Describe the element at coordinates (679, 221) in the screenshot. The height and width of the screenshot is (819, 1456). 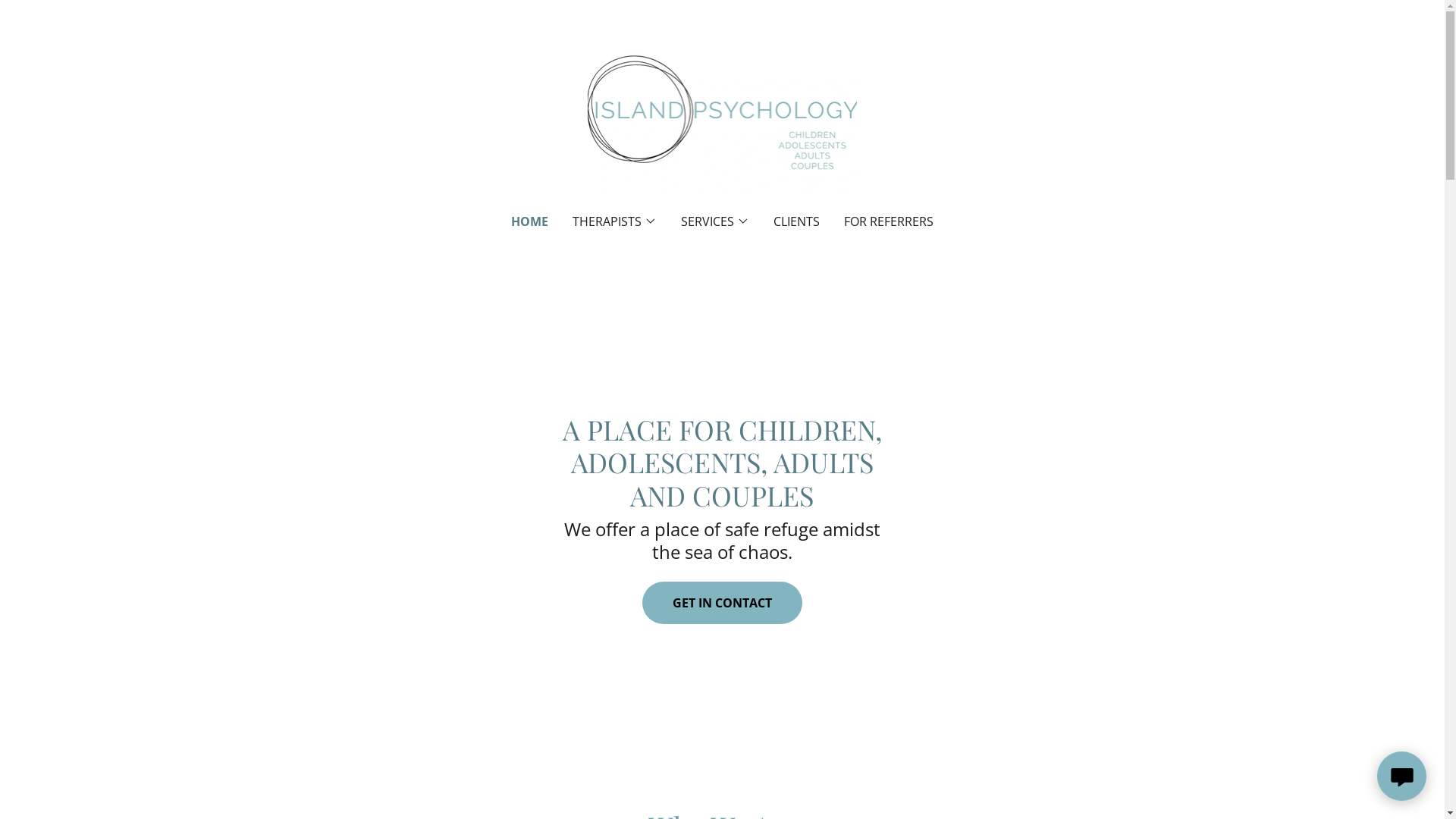
I see `'SERVICES'` at that location.